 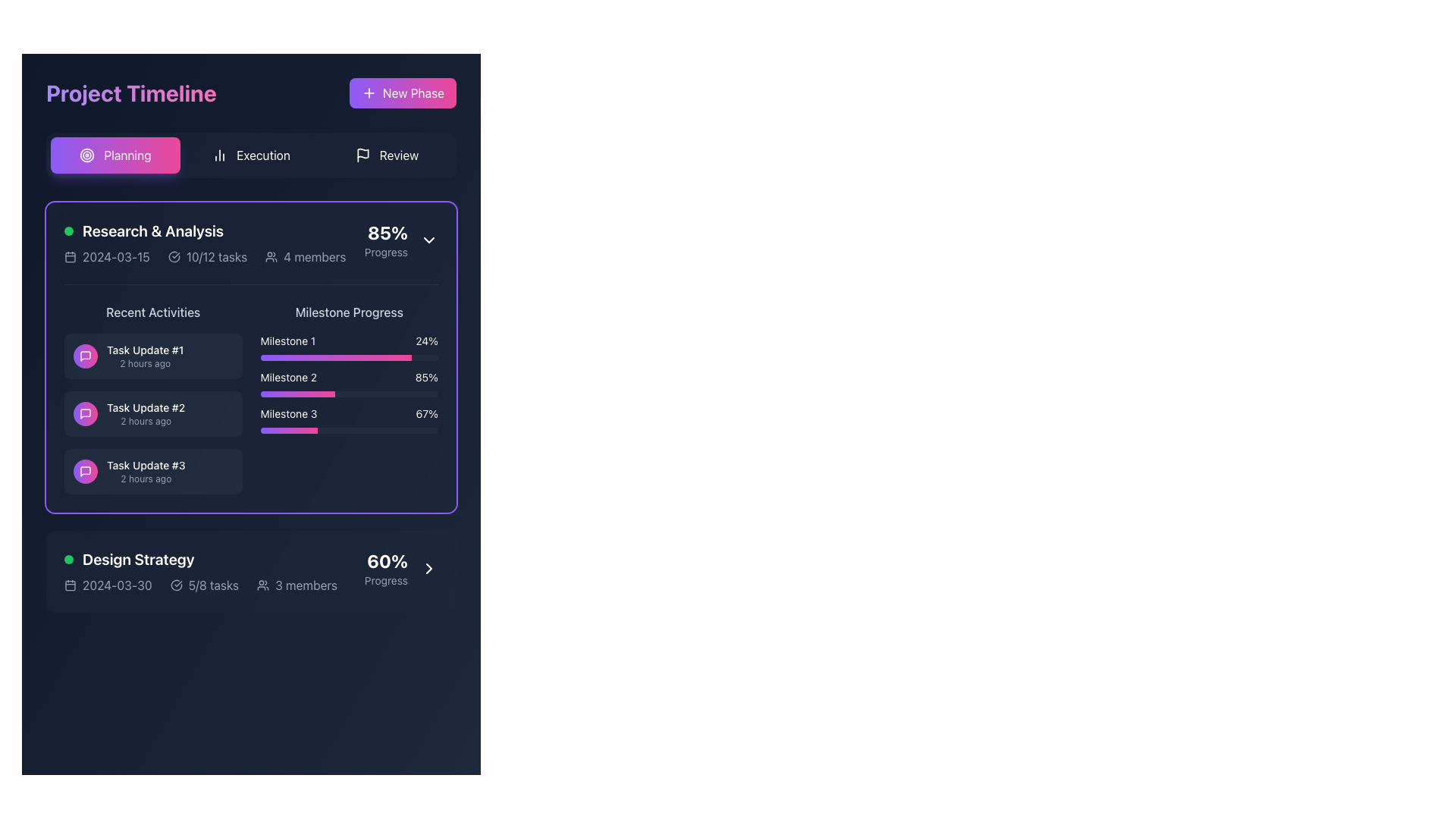 What do you see at coordinates (107, 584) in the screenshot?
I see `the Text label displaying the date associated with the design strategy entry in the project timeline, located in the 'Design Strategy' group as the leftmost subcomponent` at bounding box center [107, 584].